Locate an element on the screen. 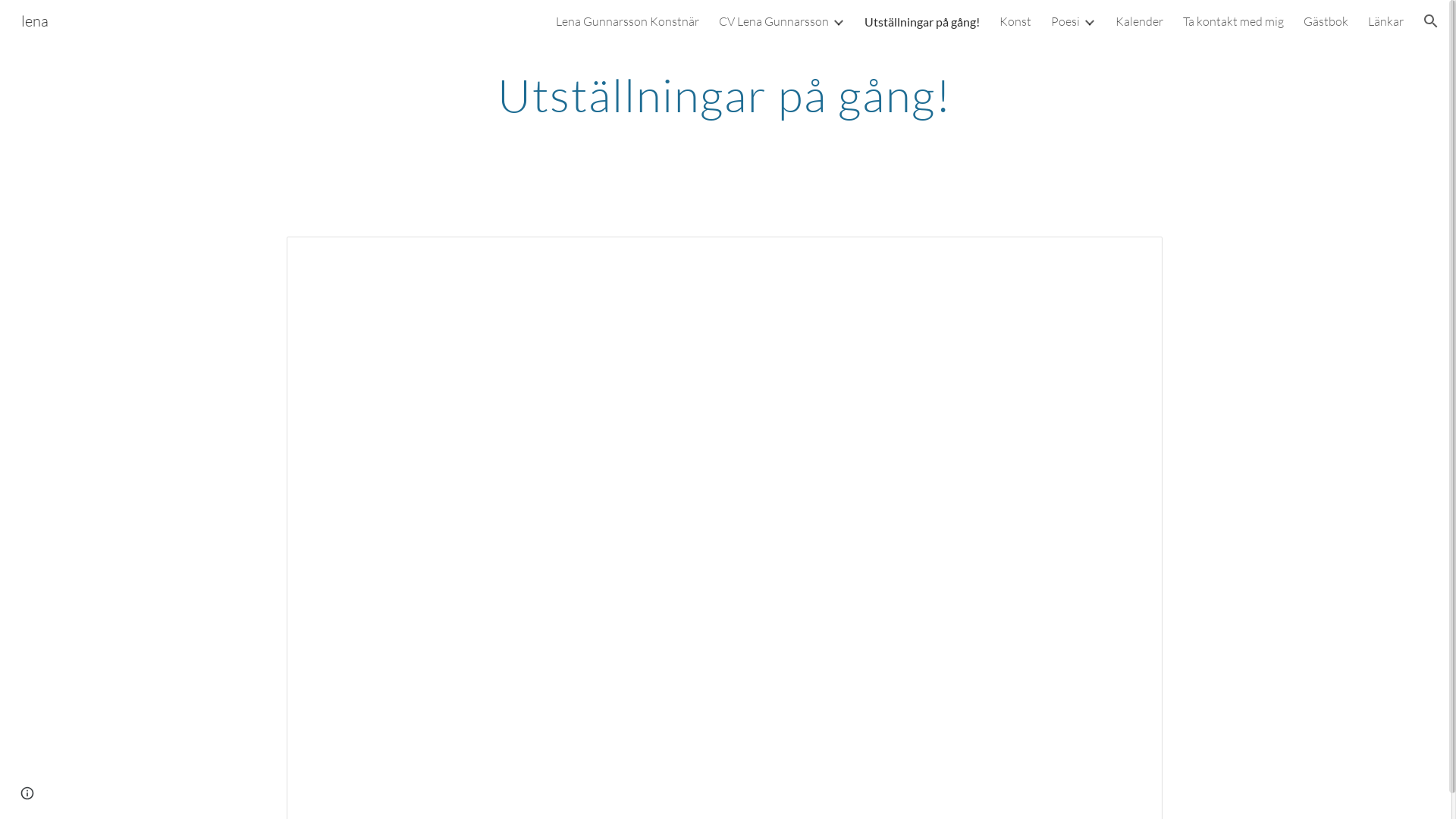  'Poesi' is located at coordinates (1065, 20).